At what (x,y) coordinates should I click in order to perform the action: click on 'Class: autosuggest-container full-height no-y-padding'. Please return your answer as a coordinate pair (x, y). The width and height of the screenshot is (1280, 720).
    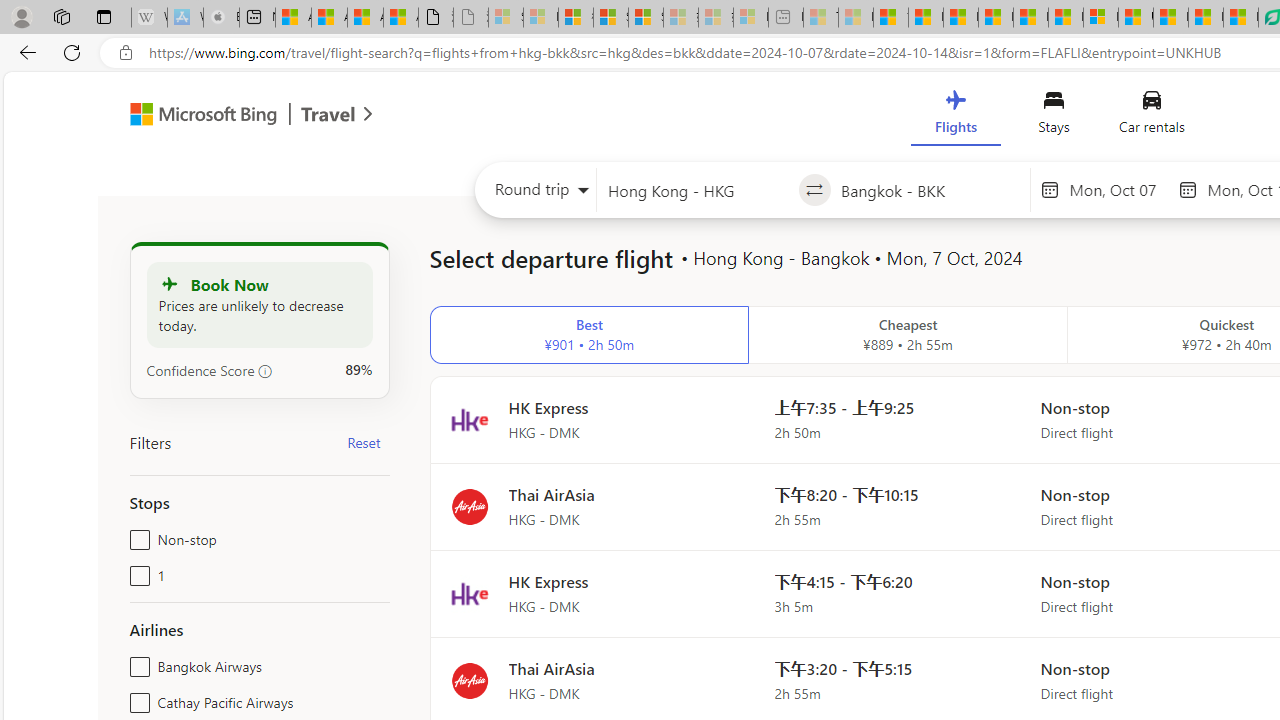
    Looking at the image, I should click on (929, 190).